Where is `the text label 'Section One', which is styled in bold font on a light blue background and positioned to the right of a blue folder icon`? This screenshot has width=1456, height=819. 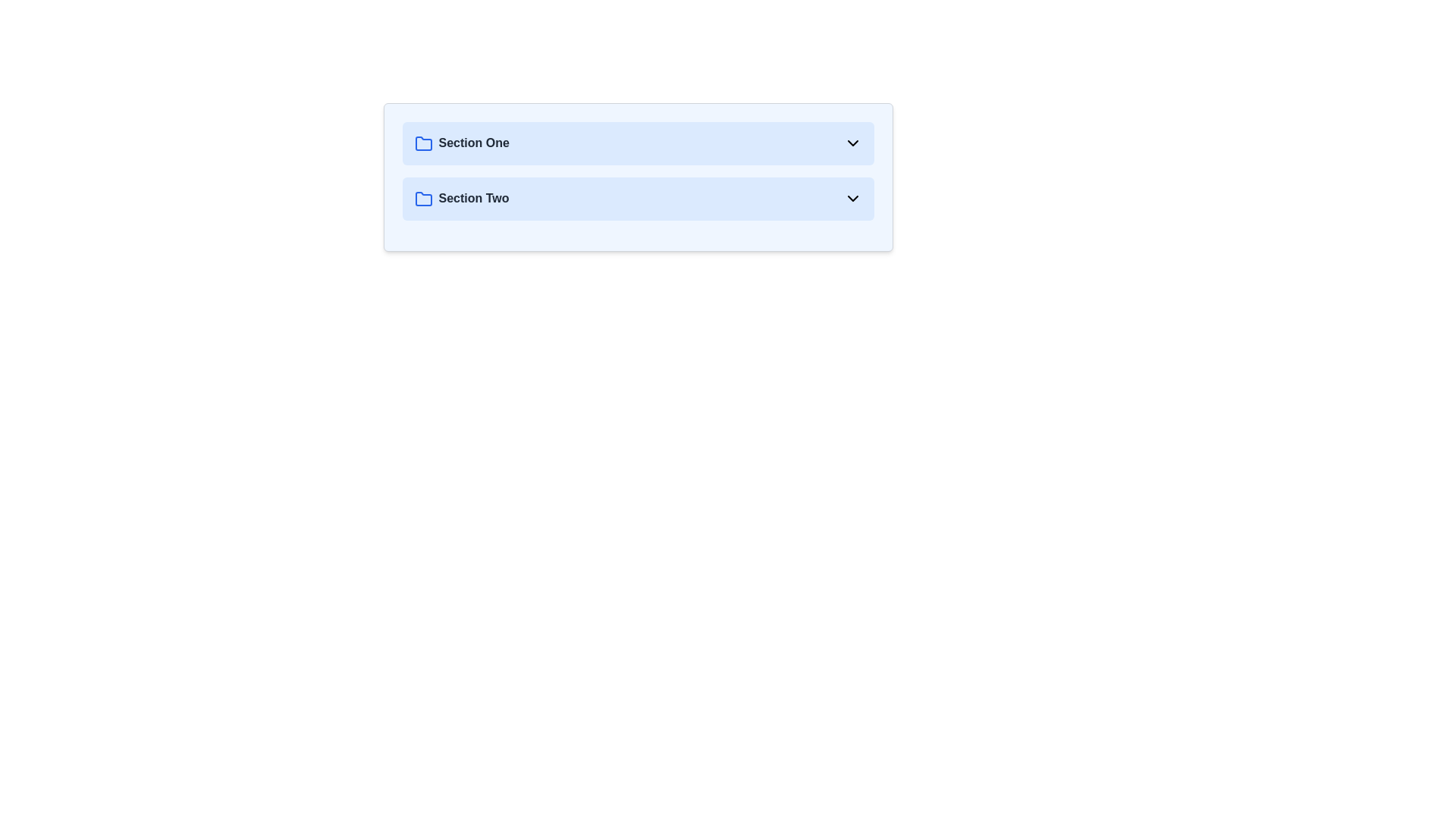
the text label 'Section One', which is styled in bold font on a light blue background and positioned to the right of a blue folder icon is located at coordinates (461, 143).